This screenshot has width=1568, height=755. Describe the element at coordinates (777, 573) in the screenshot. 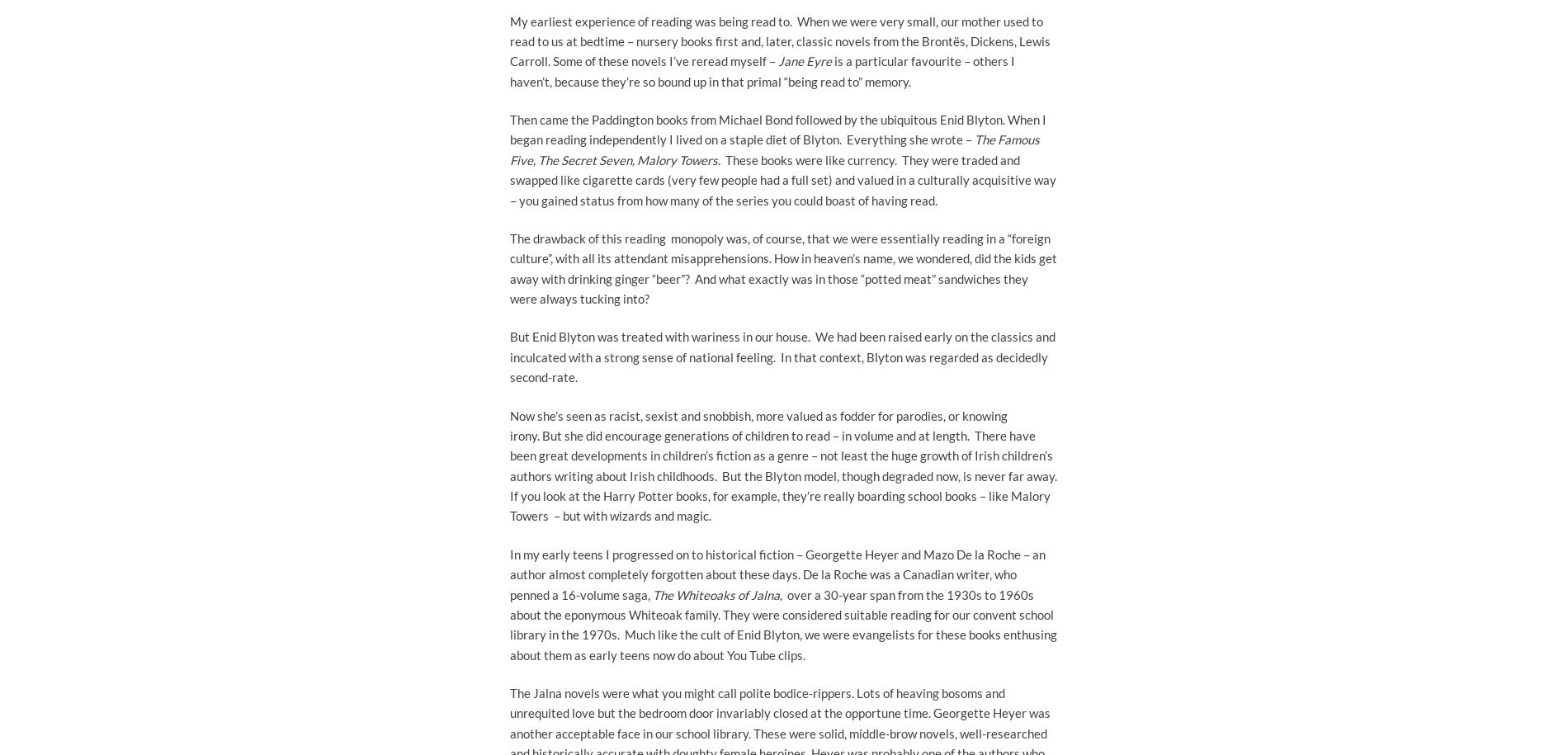

I see `'In my early teens I progressed on to historical fiction – Georgette Heyer and Mazo De la Roche – an author almost completely forgotten about these days. De la Roche was a Canadian writer, who penned a 16-volume saga,'` at that location.